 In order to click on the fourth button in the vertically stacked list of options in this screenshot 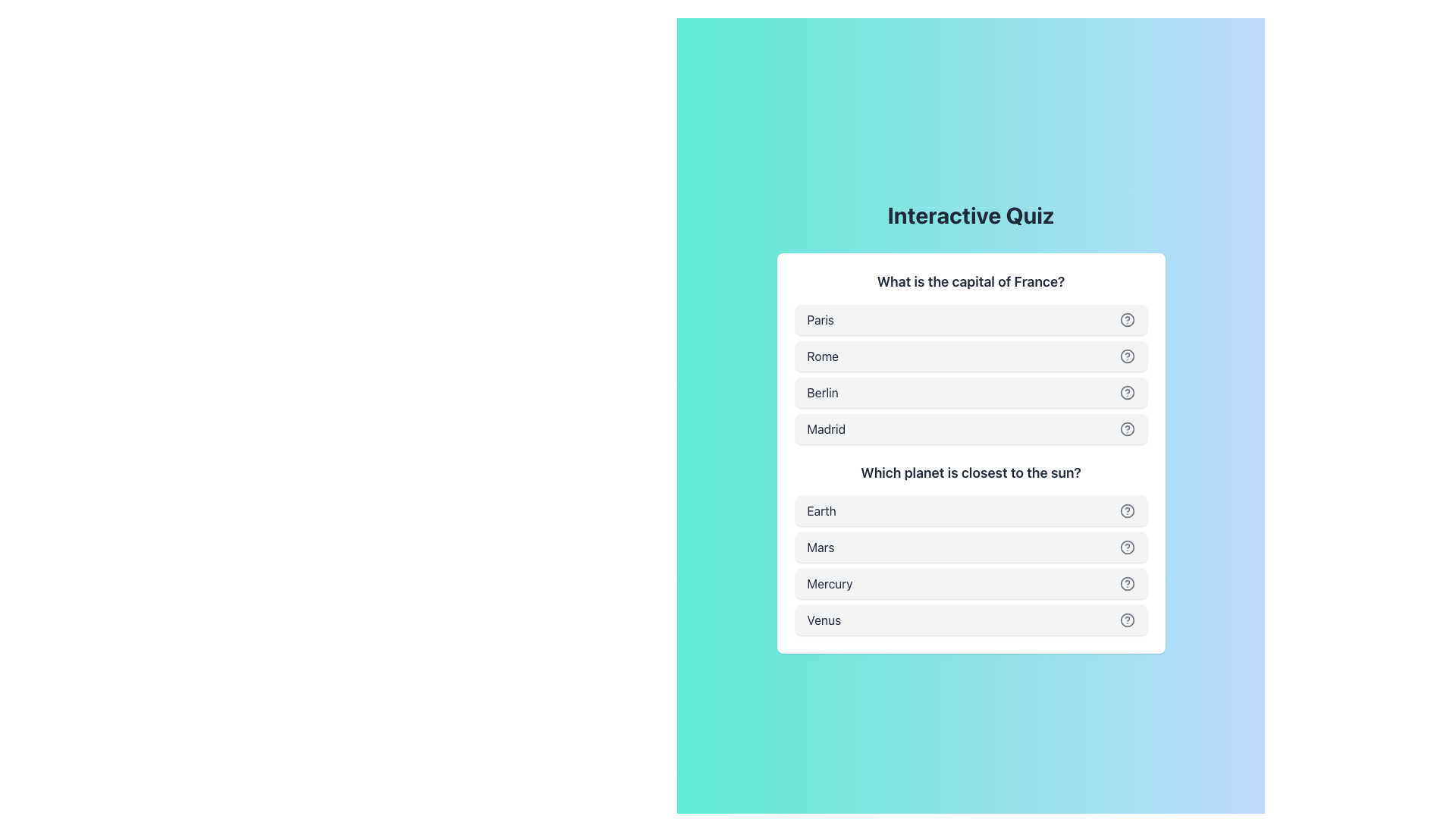, I will do `click(971, 429)`.